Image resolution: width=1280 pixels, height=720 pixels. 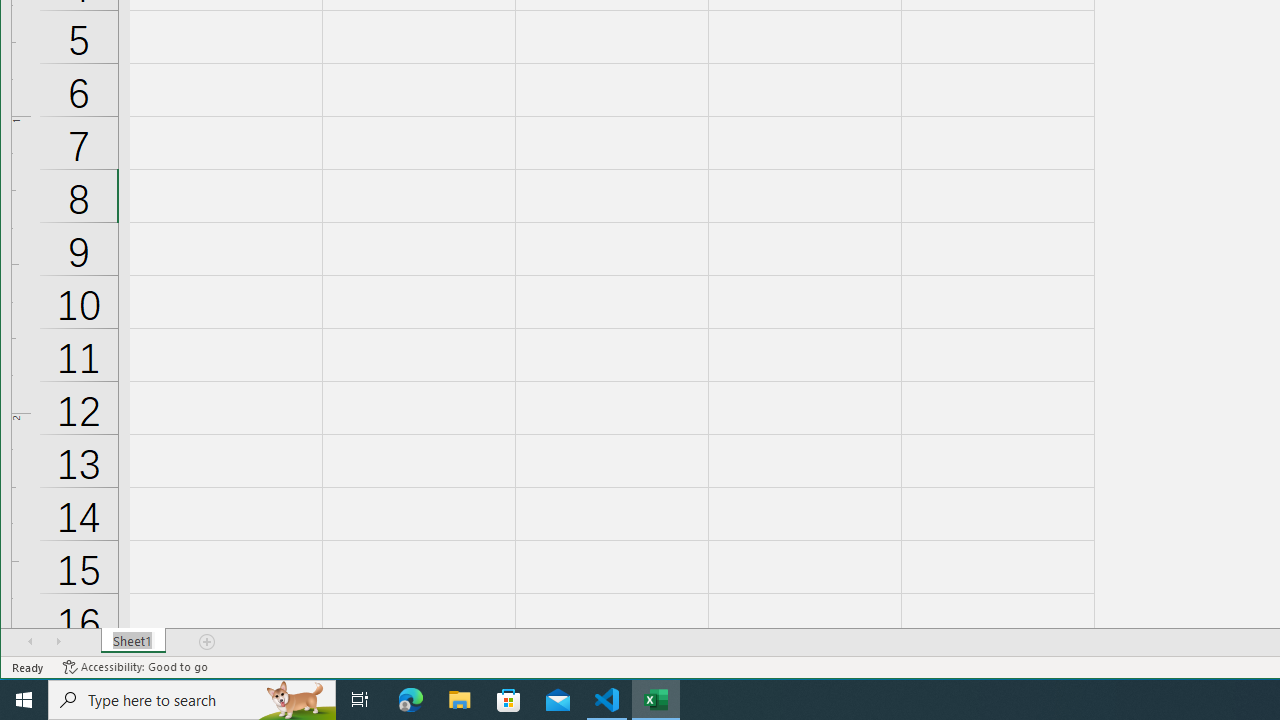 I want to click on 'Visual Studio Code - 1 running window', so click(x=606, y=698).